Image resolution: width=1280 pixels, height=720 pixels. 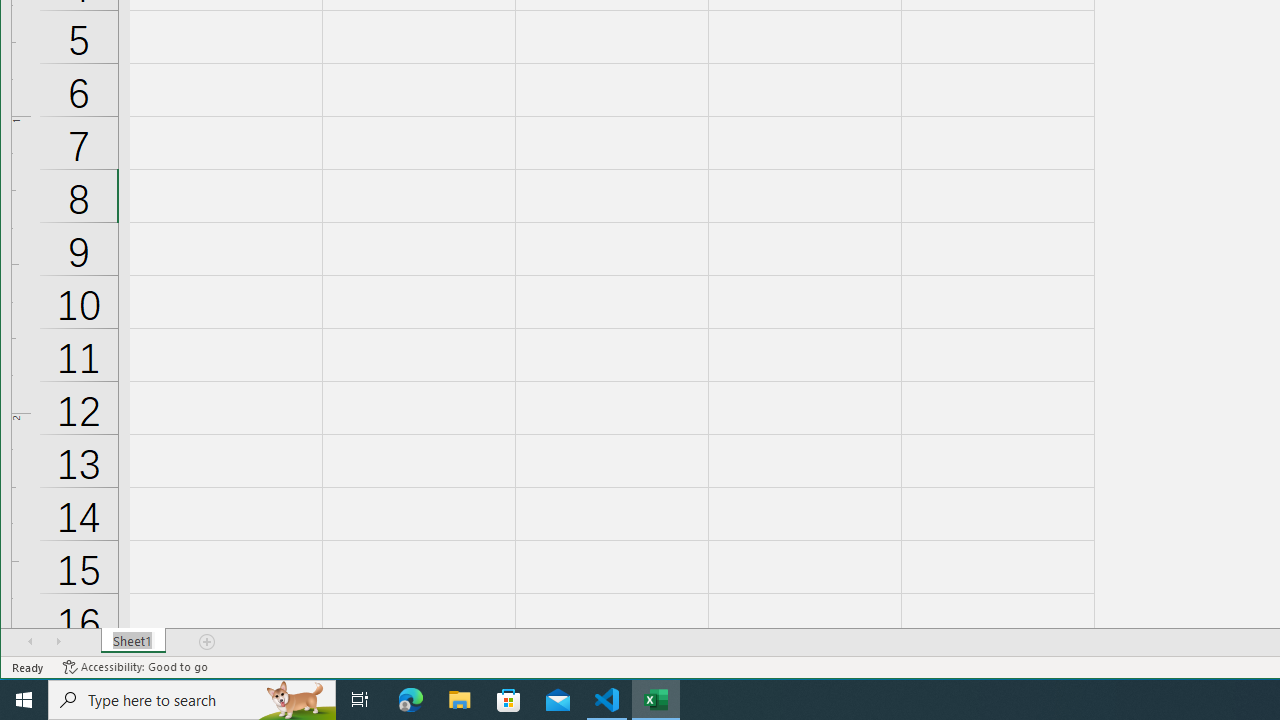 I want to click on 'Visual Studio Code - 1 running window', so click(x=606, y=698).